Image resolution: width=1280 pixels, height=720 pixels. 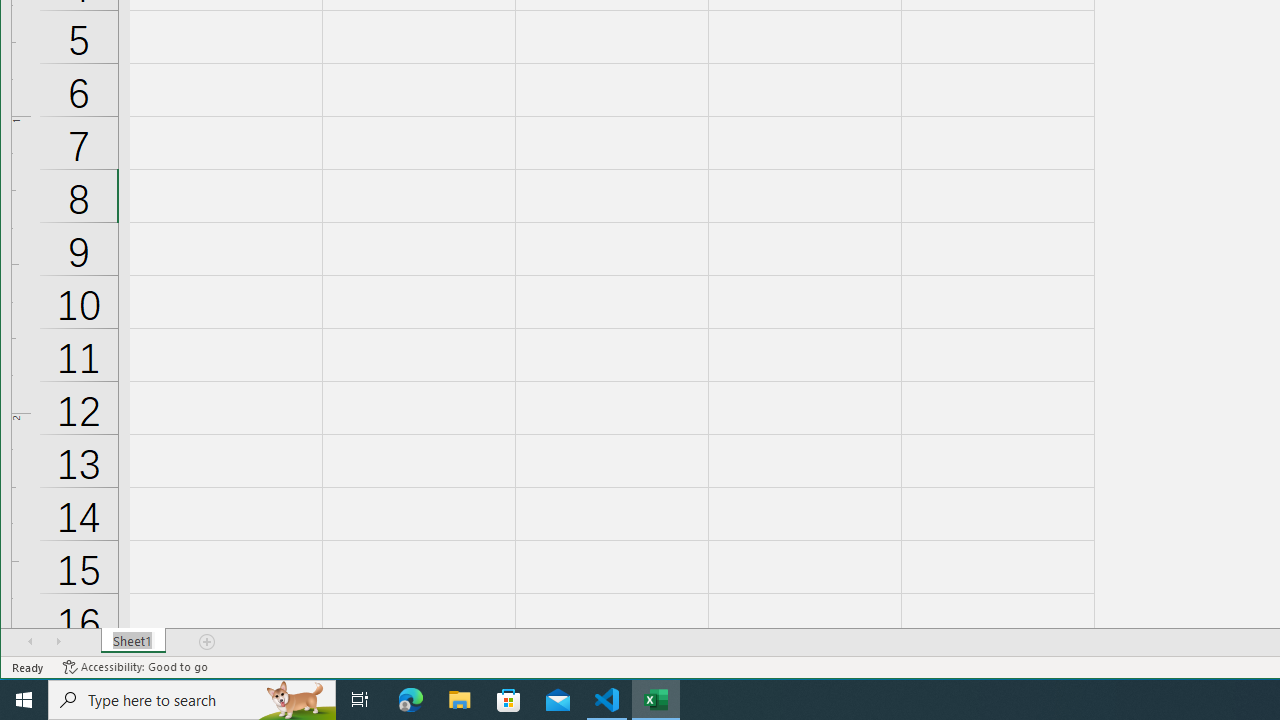 I want to click on 'Visual Studio Code - 1 running window', so click(x=606, y=698).